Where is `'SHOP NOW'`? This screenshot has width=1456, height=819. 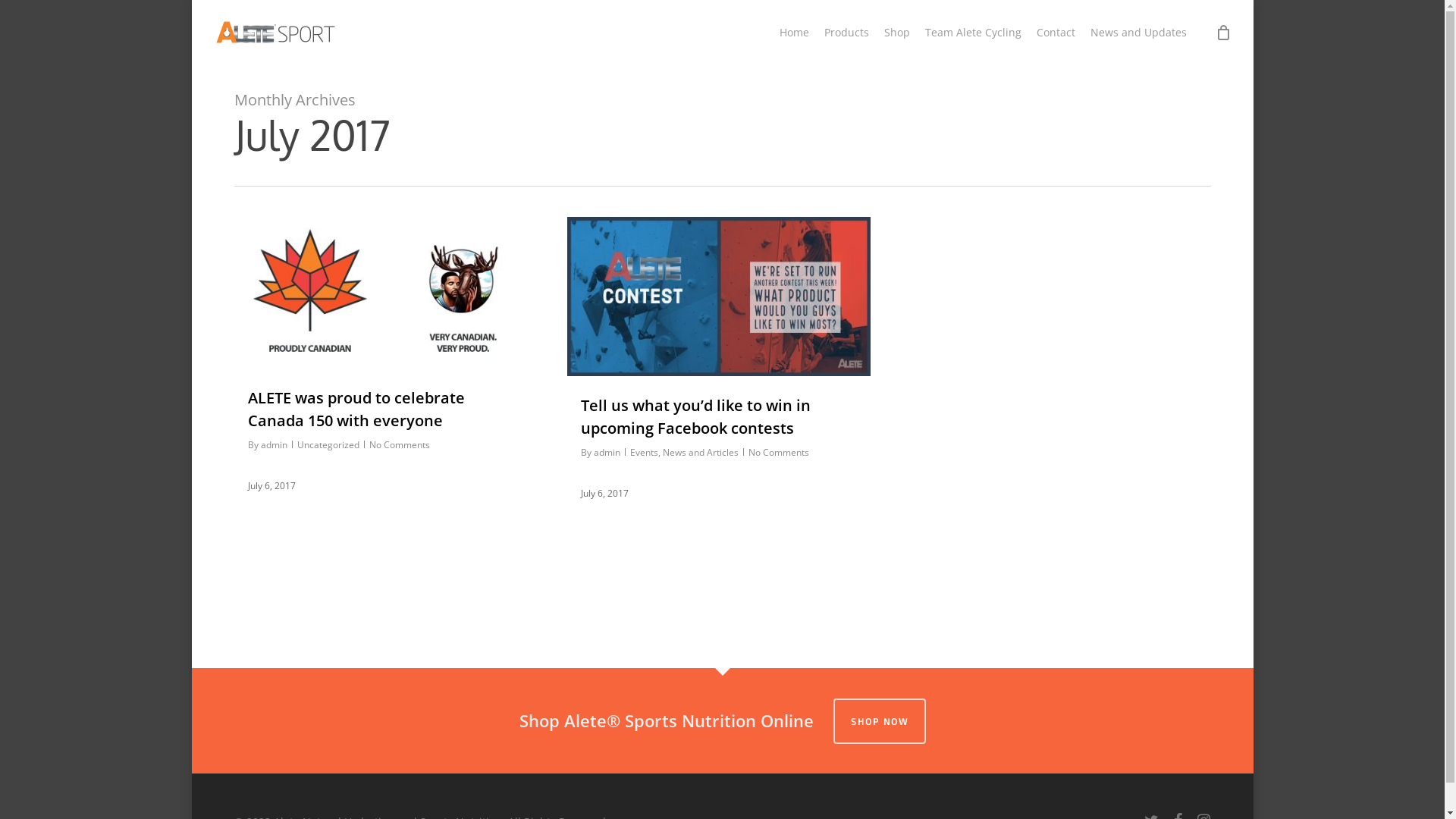 'SHOP NOW' is located at coordinates (878, 720).